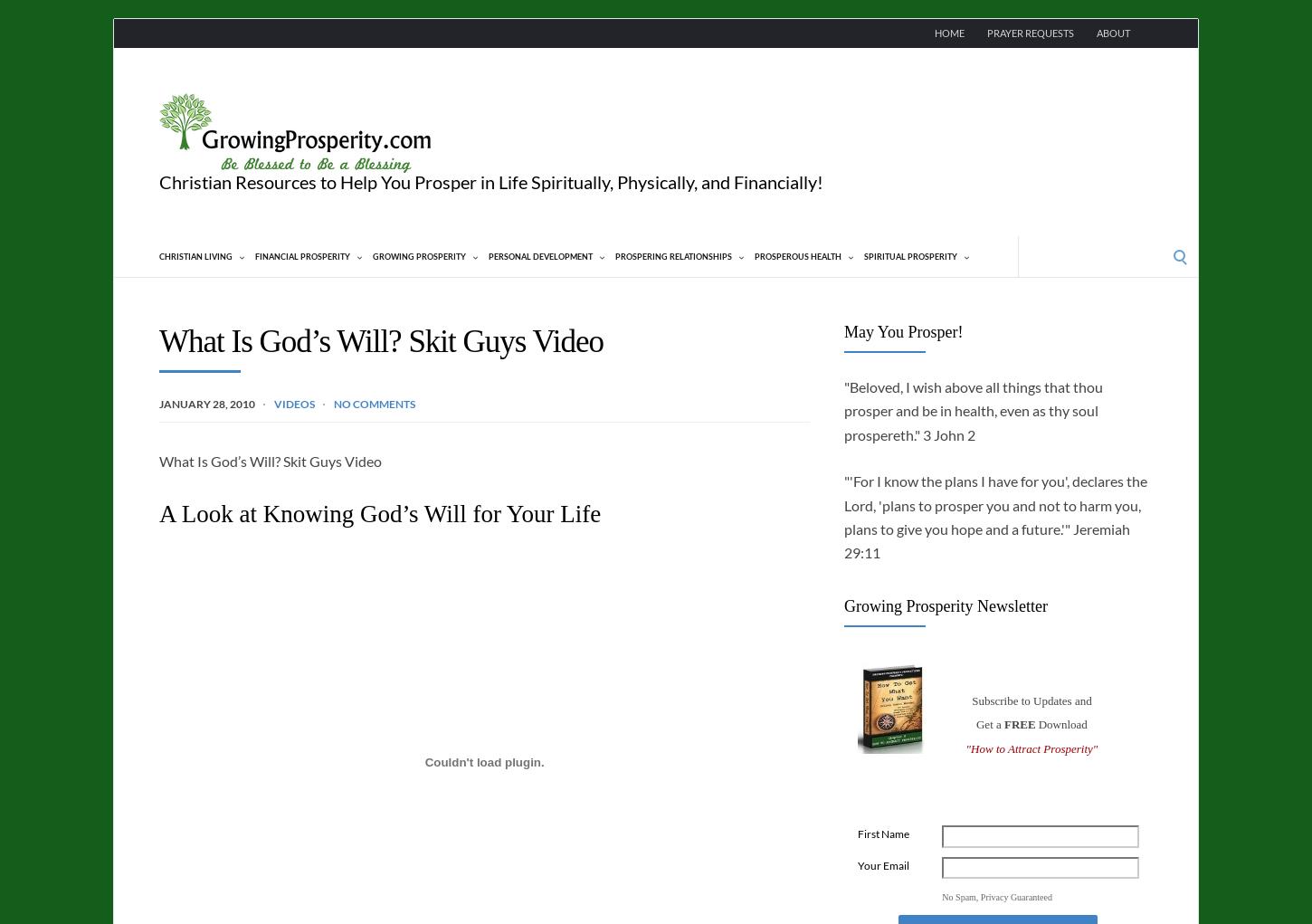  I want to click on 'Self-Growth', so click(544, 489).